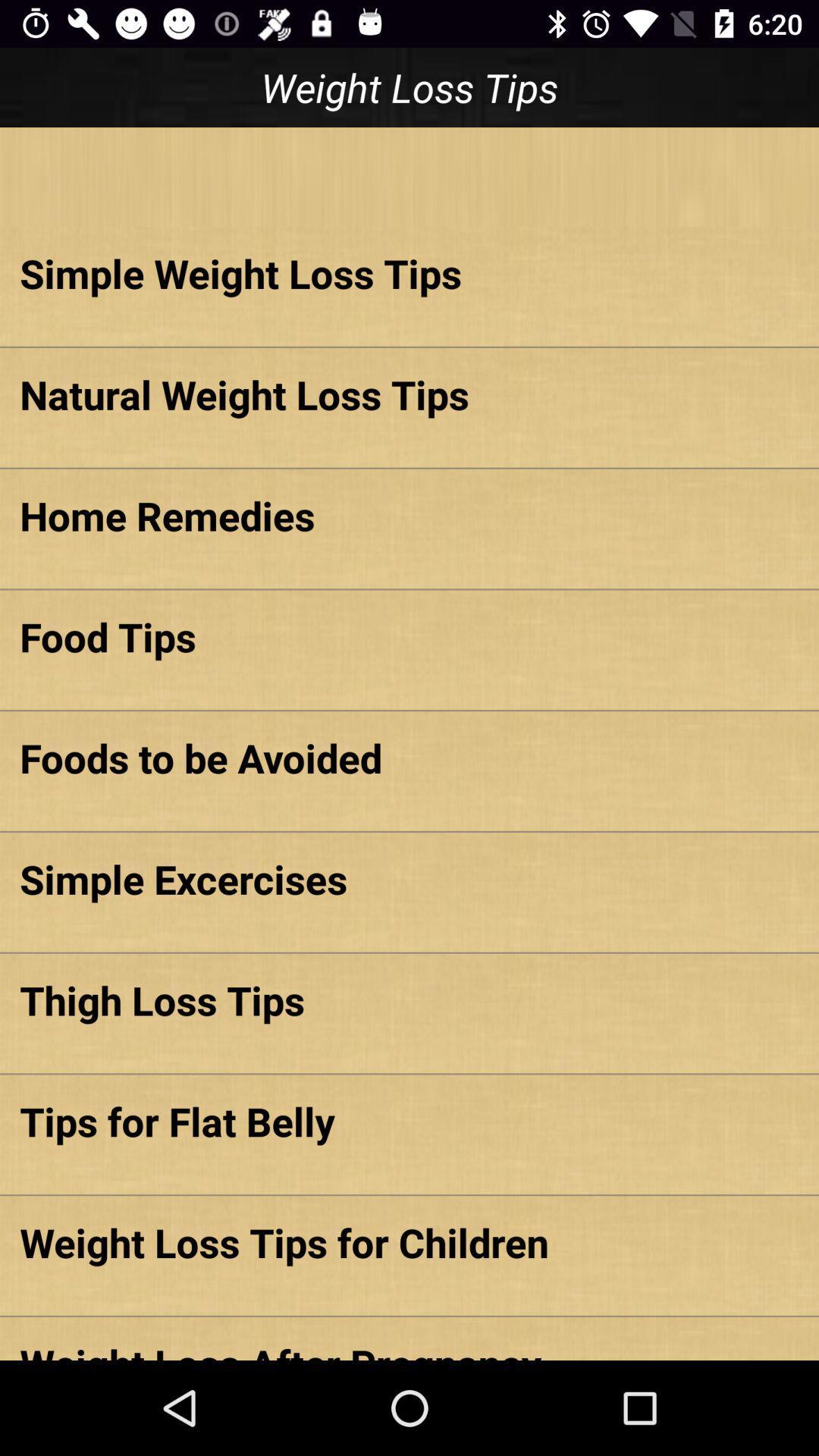 The image size is (819, 1456). Describe the element at coordinates (409, 758) in the screenshot. I see `foods to be item` at that location.